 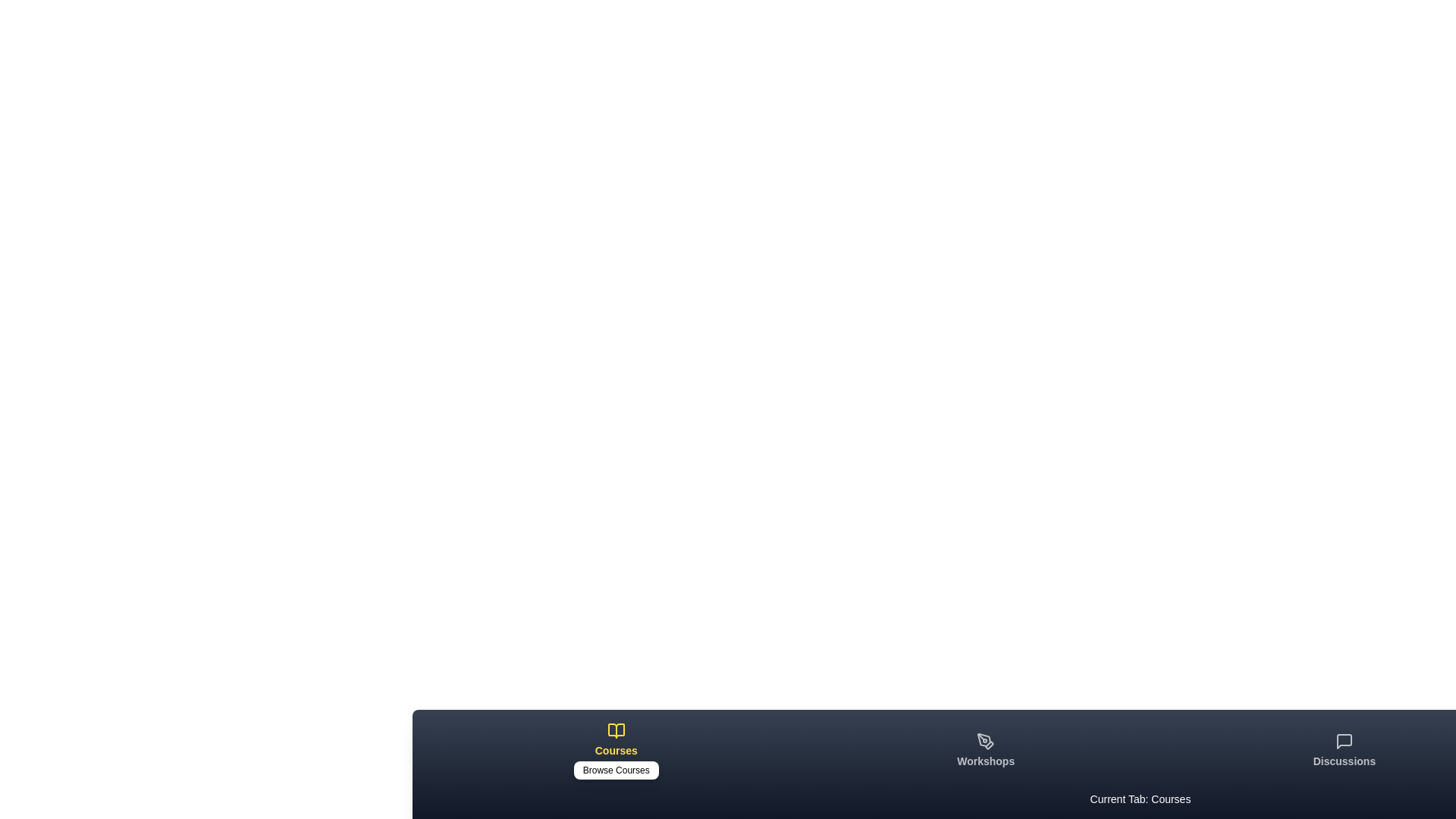 What do you see at coordinates (1344, 751) in the screenshot?
I see `the tab corresponding to Discussions to display its tooltip` at bounding box center [1344, 751].